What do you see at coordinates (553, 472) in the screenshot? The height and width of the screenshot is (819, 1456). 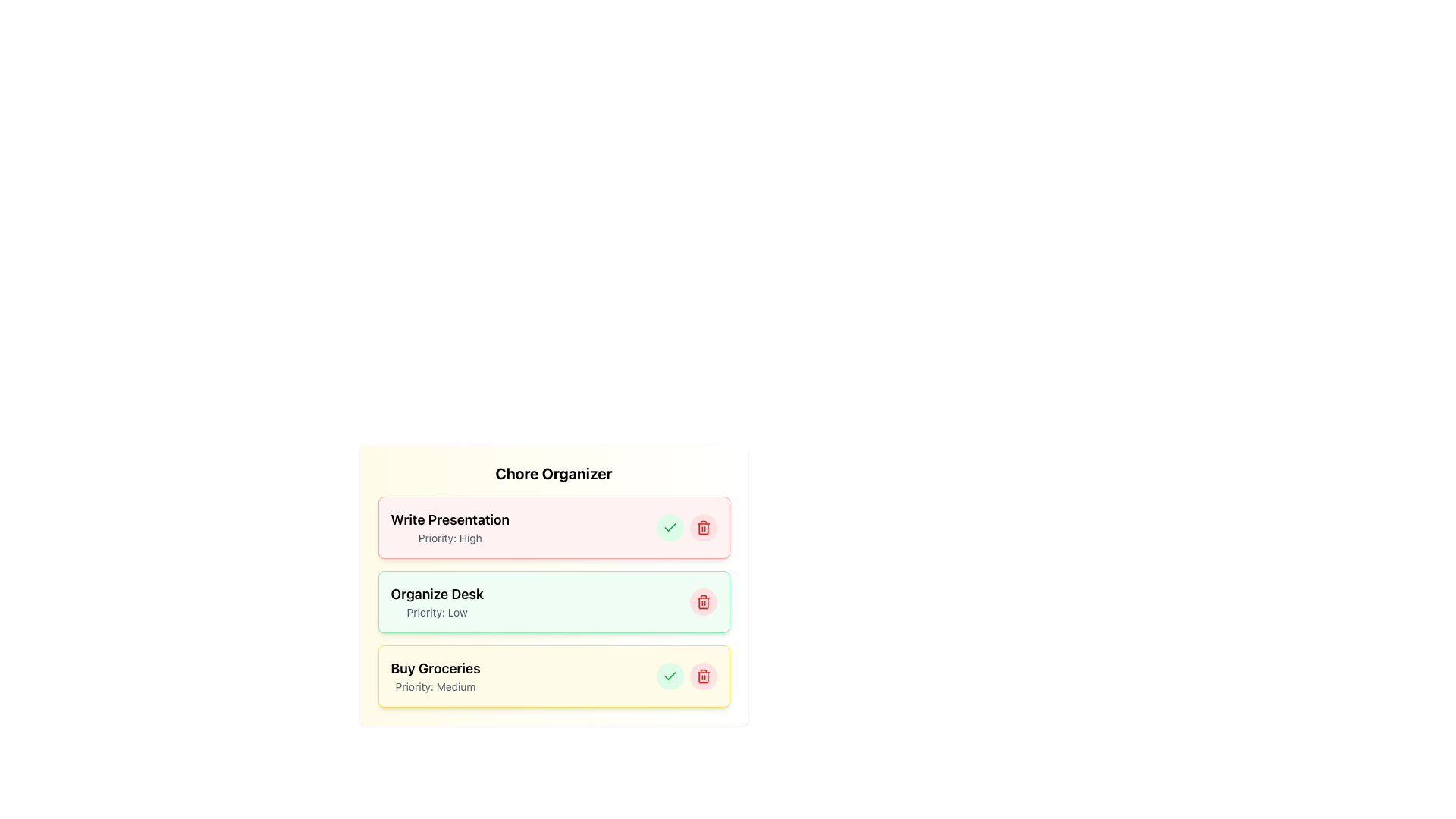 I see `the text label titled 'Chore Organizer' located in the header section of the card layout, which is centered above the list of subtasks` at bounding box center [553, 472].